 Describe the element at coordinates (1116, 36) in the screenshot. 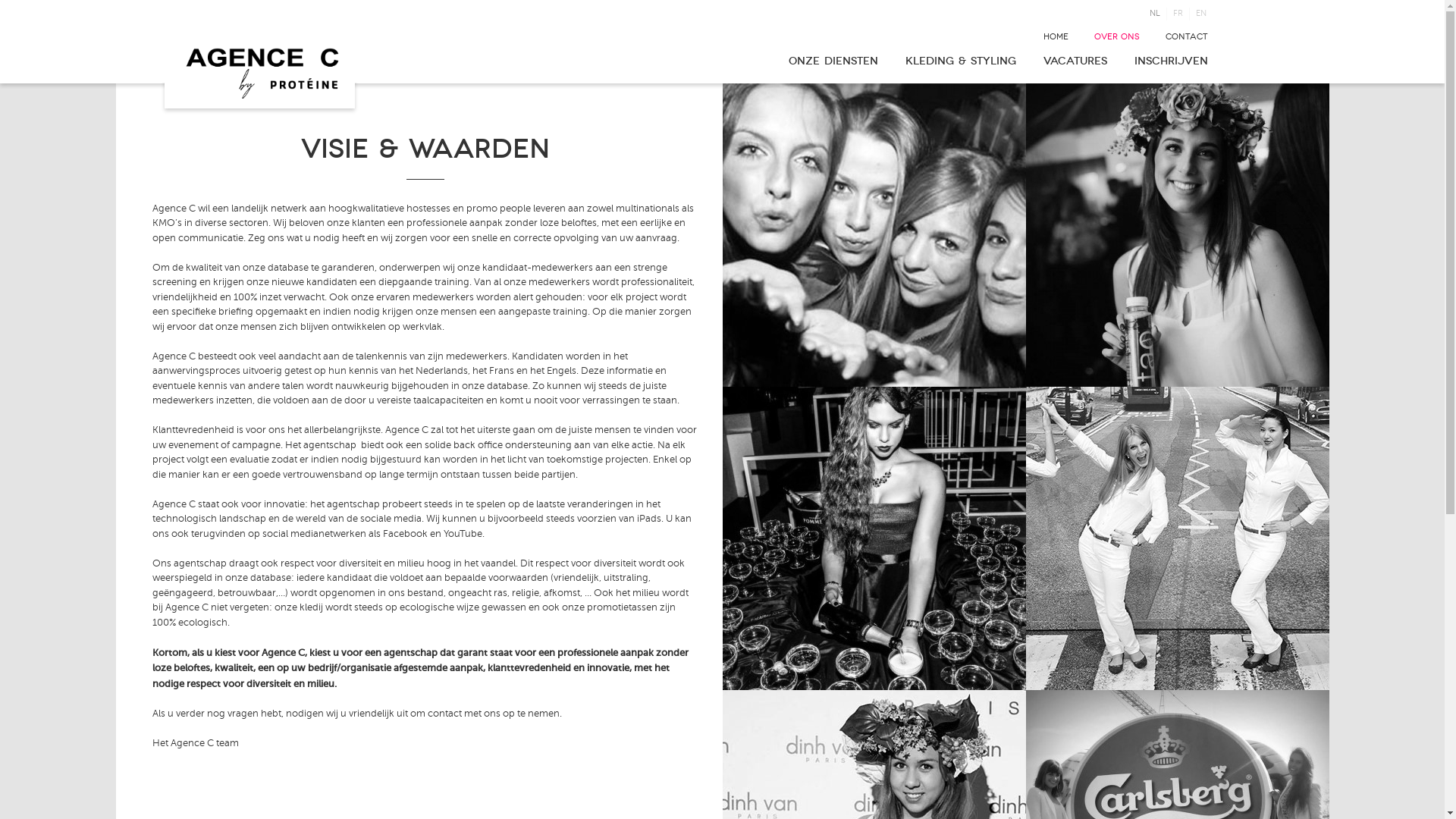

I see `'OVER ONS'` at that location.